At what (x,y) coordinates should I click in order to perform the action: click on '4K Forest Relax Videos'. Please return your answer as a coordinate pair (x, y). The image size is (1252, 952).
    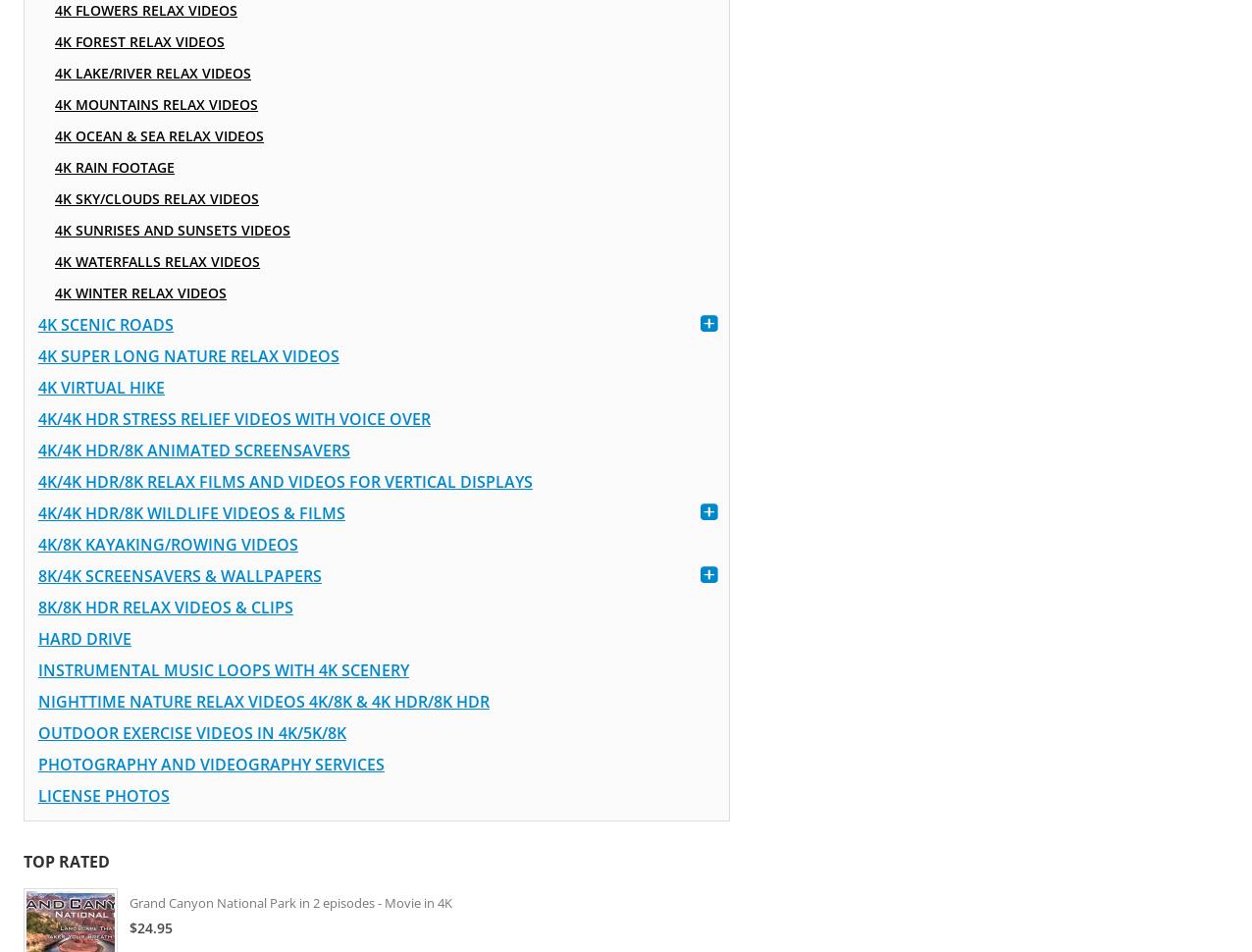
    Looking at the image, I should click on (139, 41).